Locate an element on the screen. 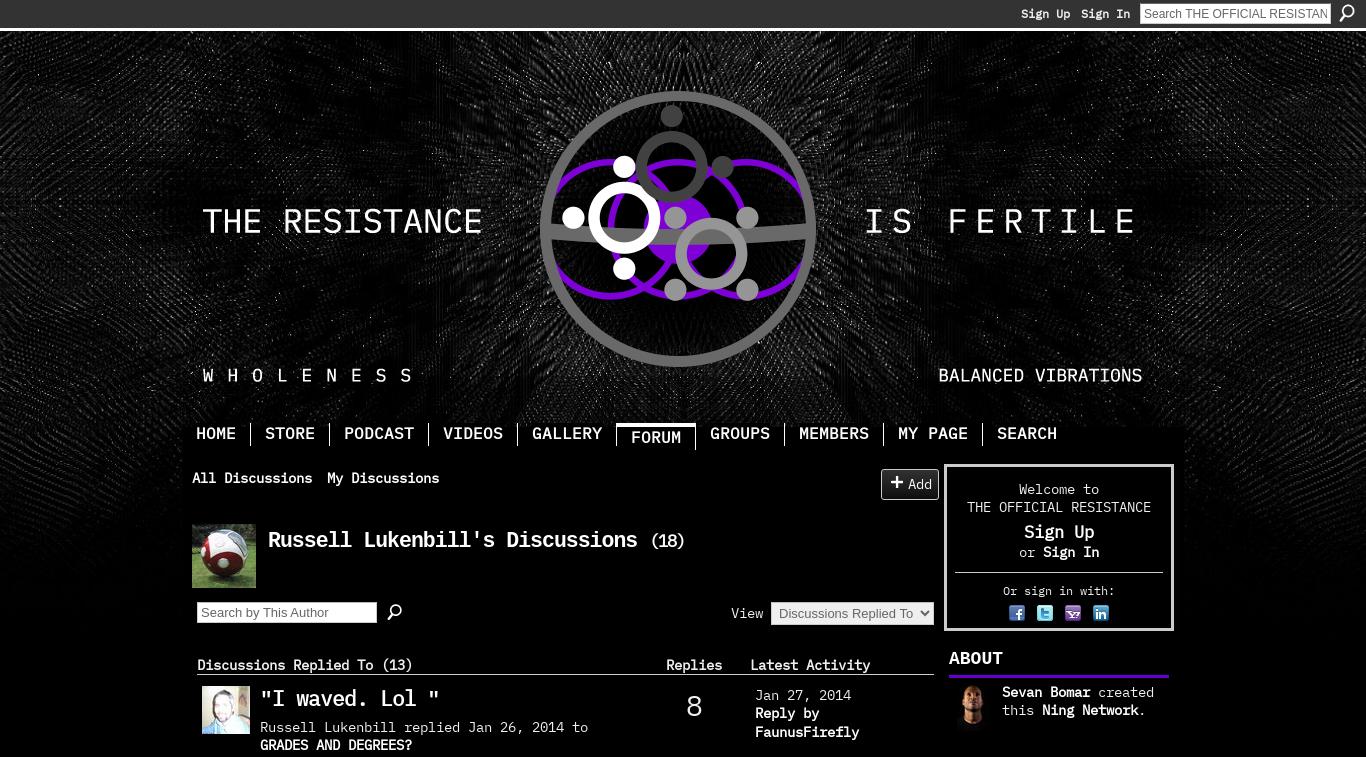 The width and height of the screenshot is (1366, 757). 'Ning Network' is located at coordinates (1089, 709).